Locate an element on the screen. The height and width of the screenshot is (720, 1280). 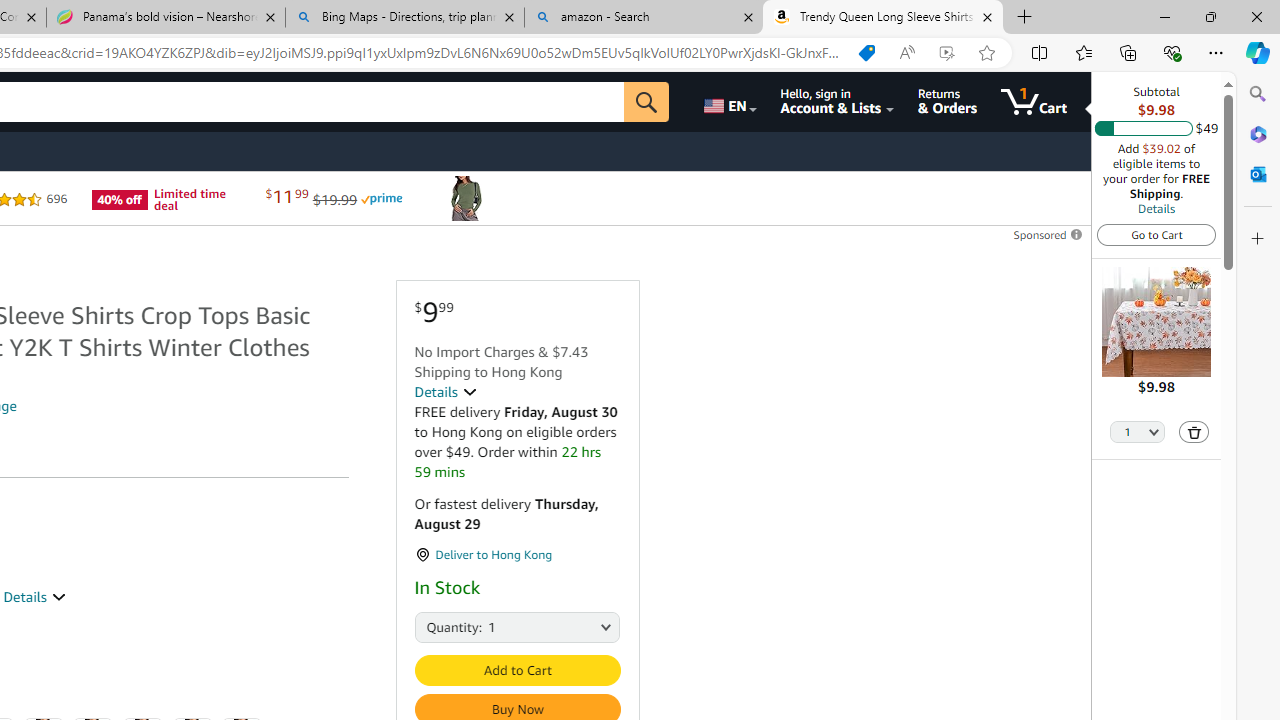
'Add to Cart' is located at coordinates (517, 670).